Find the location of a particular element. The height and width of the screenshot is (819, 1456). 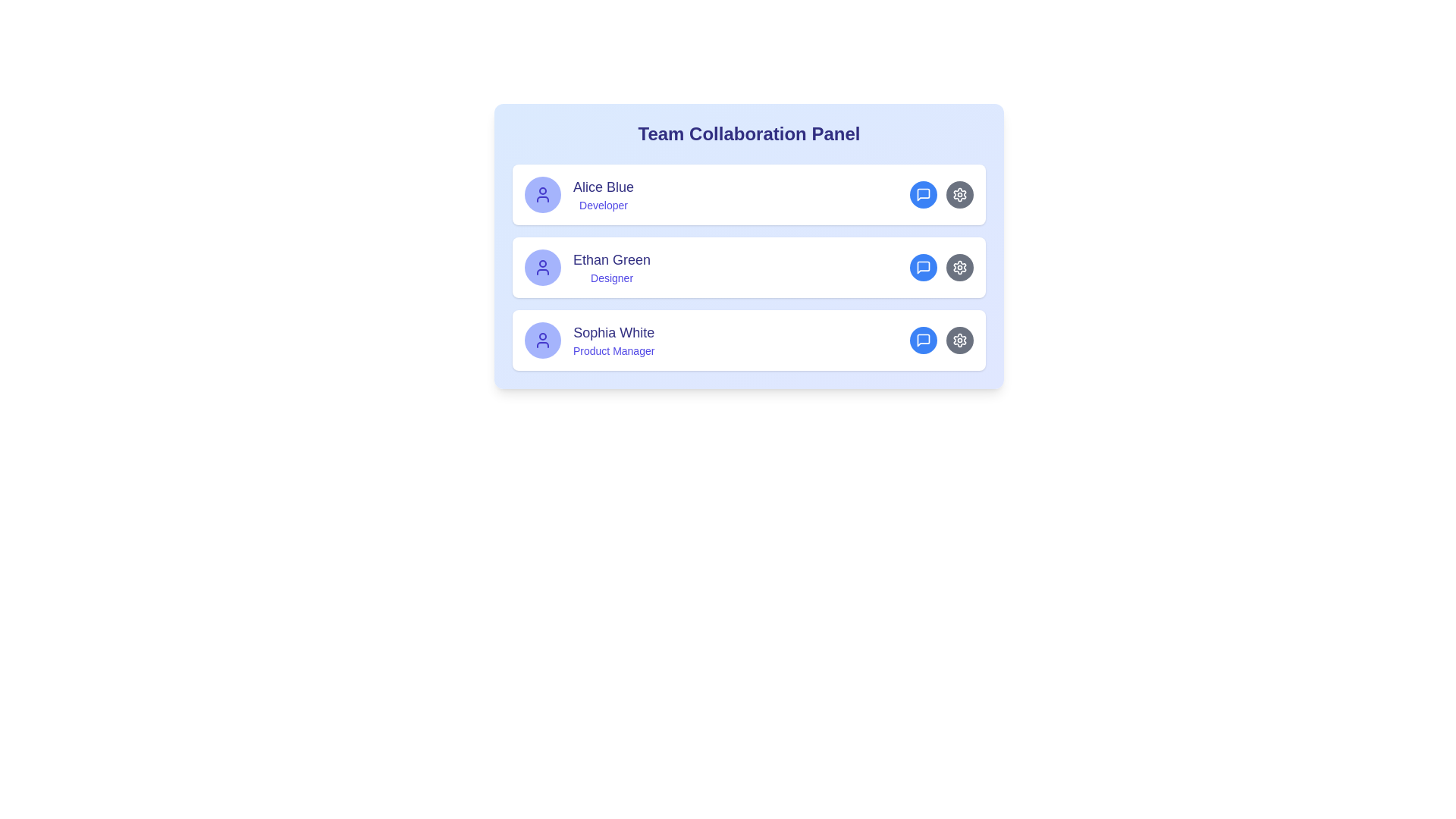

the static text label that designates 'Developer' associated with 'Alice Blue' within the 'Team Collaboration Panel' is located at coordinates (603, 205).